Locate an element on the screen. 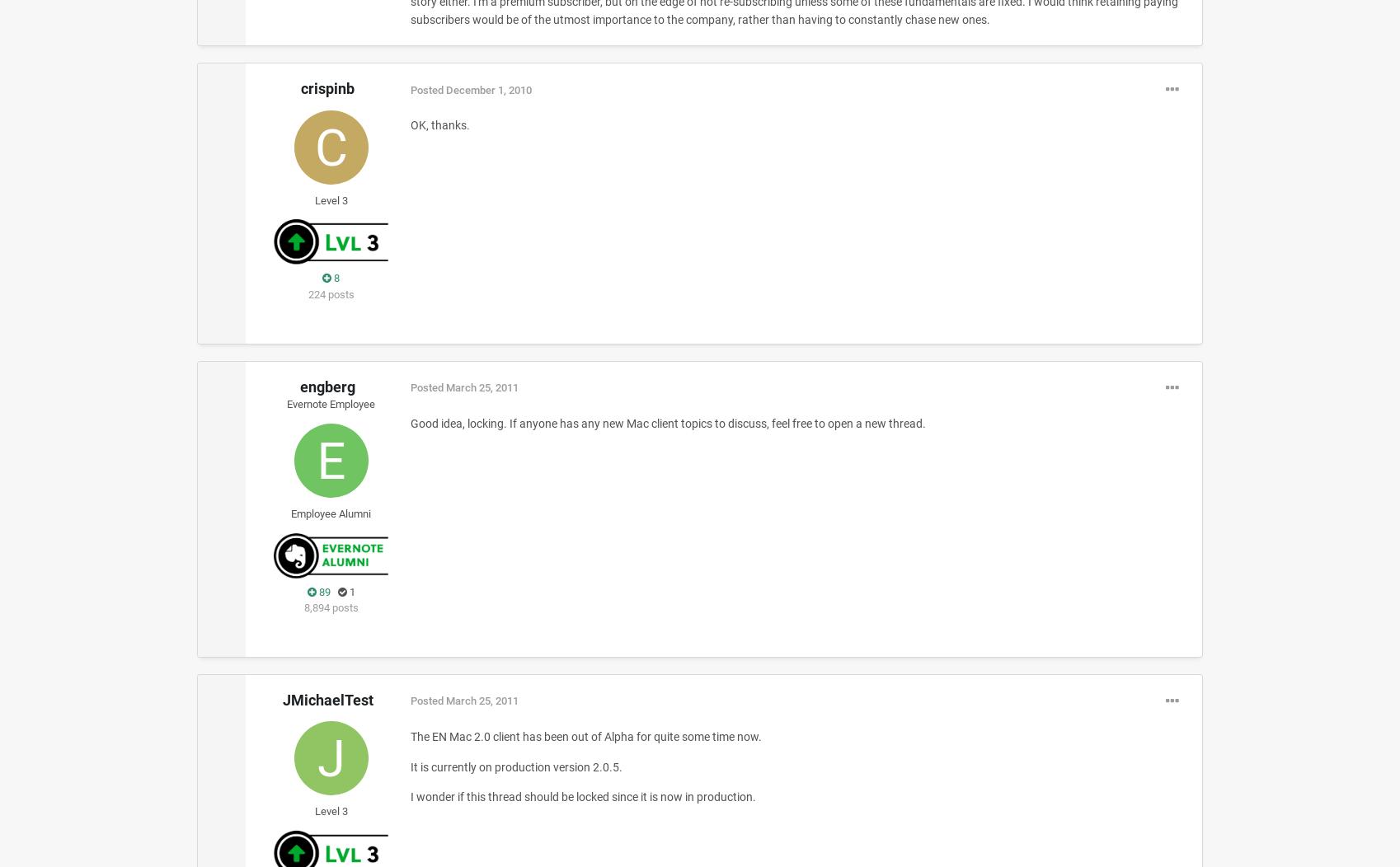  'JMichaelTest' is located at coordinates (327, 699).